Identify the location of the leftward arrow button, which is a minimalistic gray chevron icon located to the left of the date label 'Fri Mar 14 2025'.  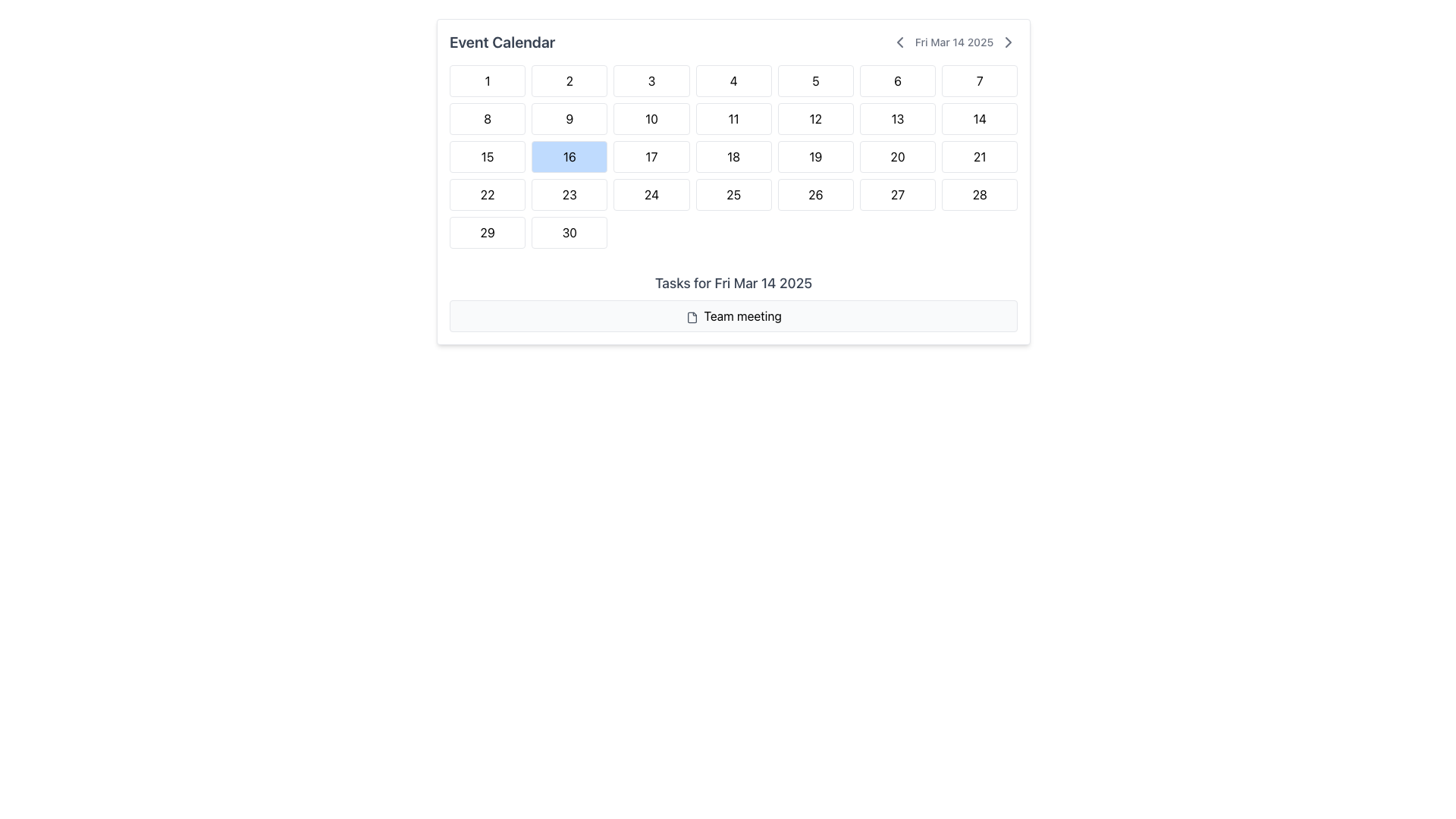
(899, 42).